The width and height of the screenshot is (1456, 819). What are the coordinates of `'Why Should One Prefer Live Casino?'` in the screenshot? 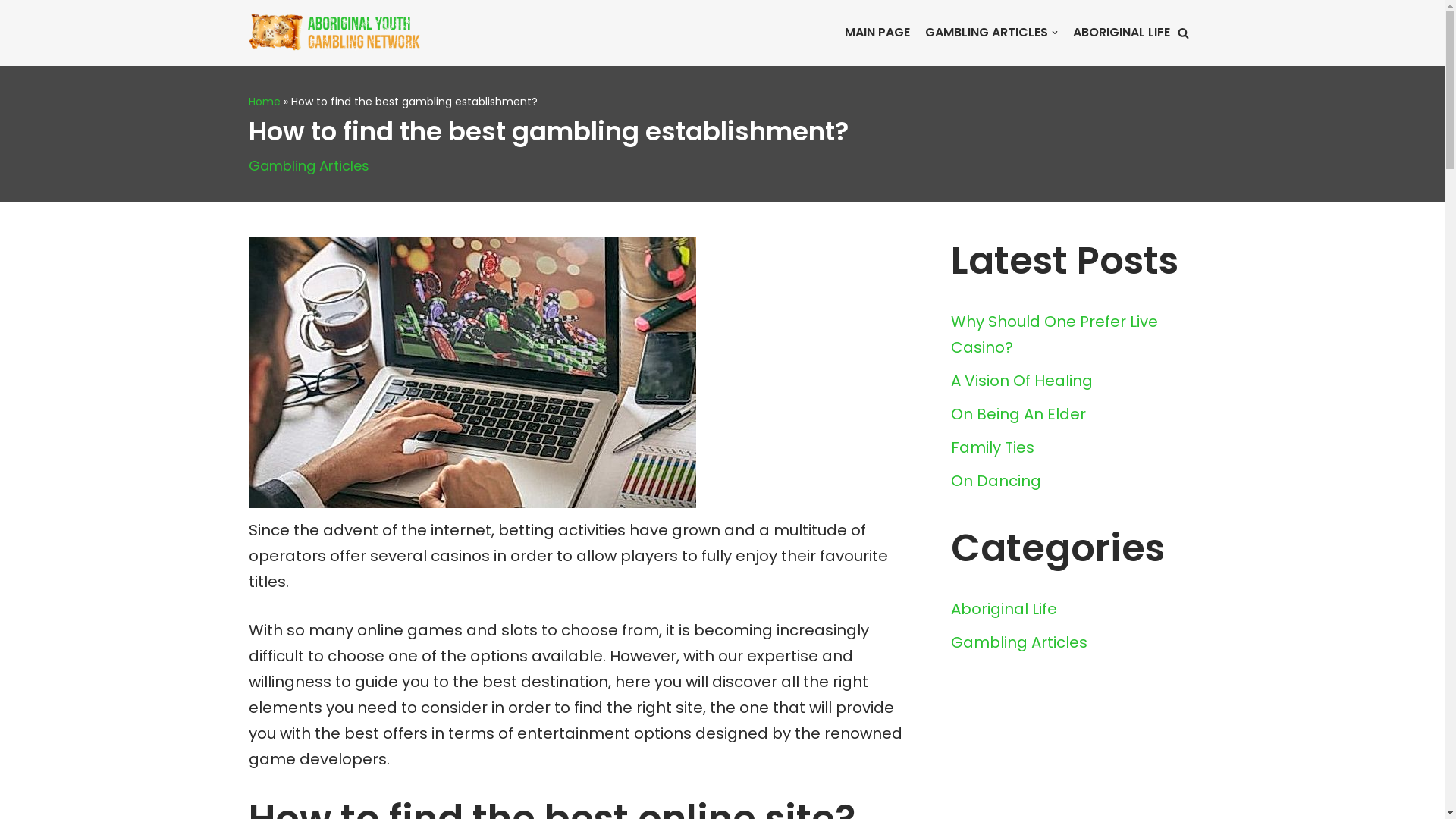 It's located at (1053, 333).